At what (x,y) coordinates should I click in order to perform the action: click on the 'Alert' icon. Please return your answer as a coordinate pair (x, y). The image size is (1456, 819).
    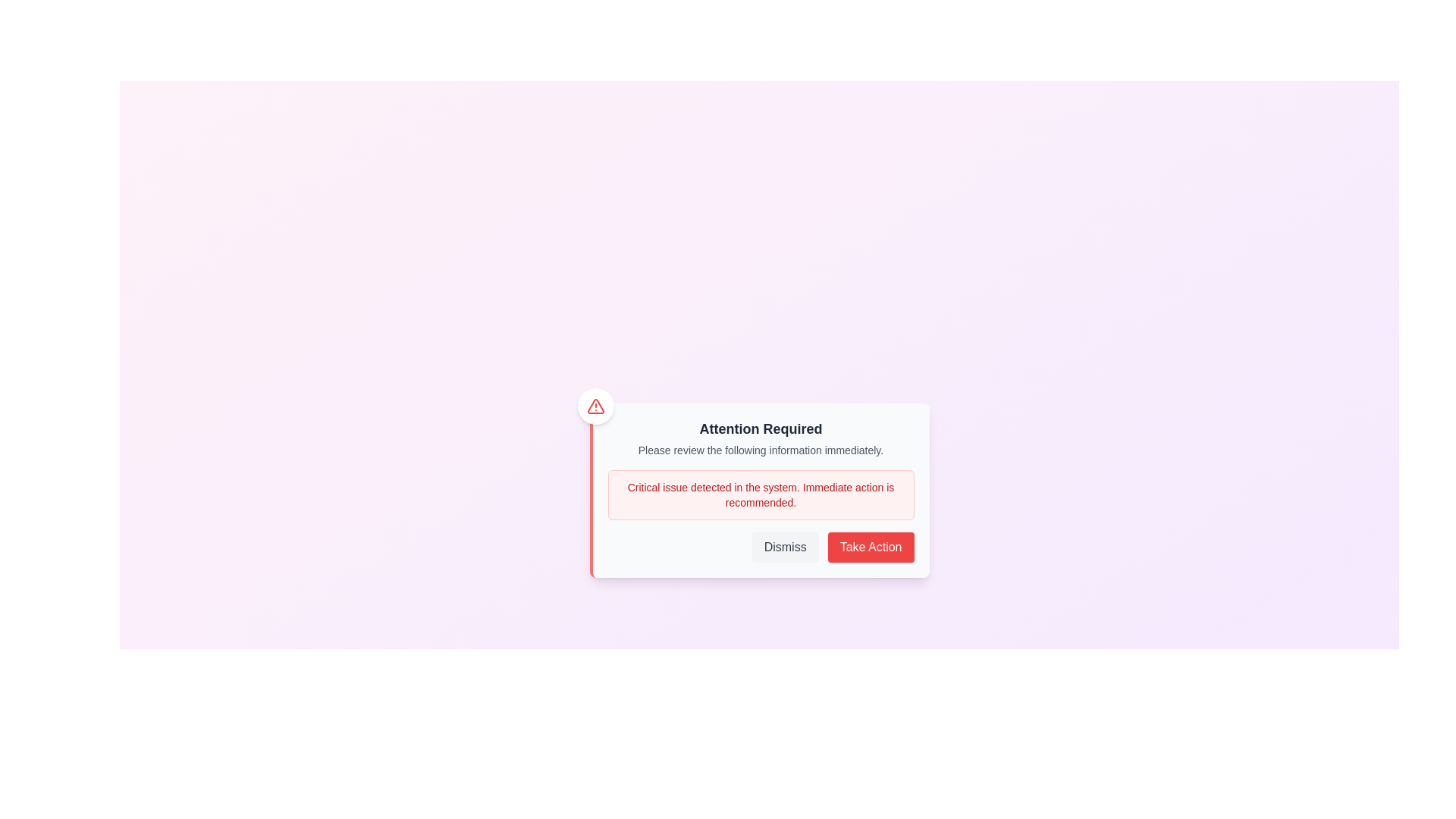
    Looking at the image, I should click on (595, 406).